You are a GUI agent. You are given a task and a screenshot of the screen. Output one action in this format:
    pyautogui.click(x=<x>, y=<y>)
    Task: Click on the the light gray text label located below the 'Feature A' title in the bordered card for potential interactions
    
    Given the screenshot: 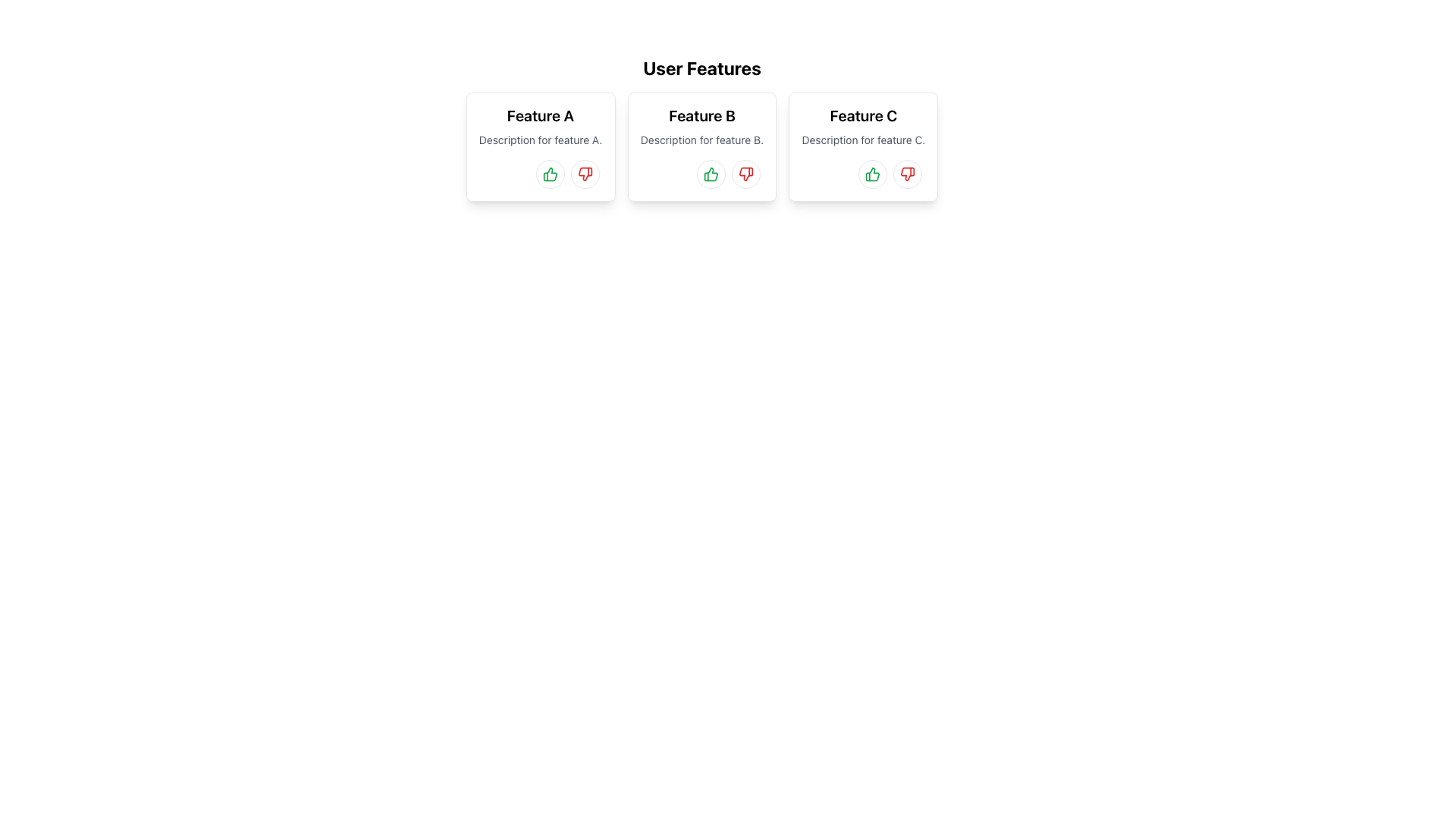 What is the action you would take?
    pyautogui.click(x=541, y=140)
    